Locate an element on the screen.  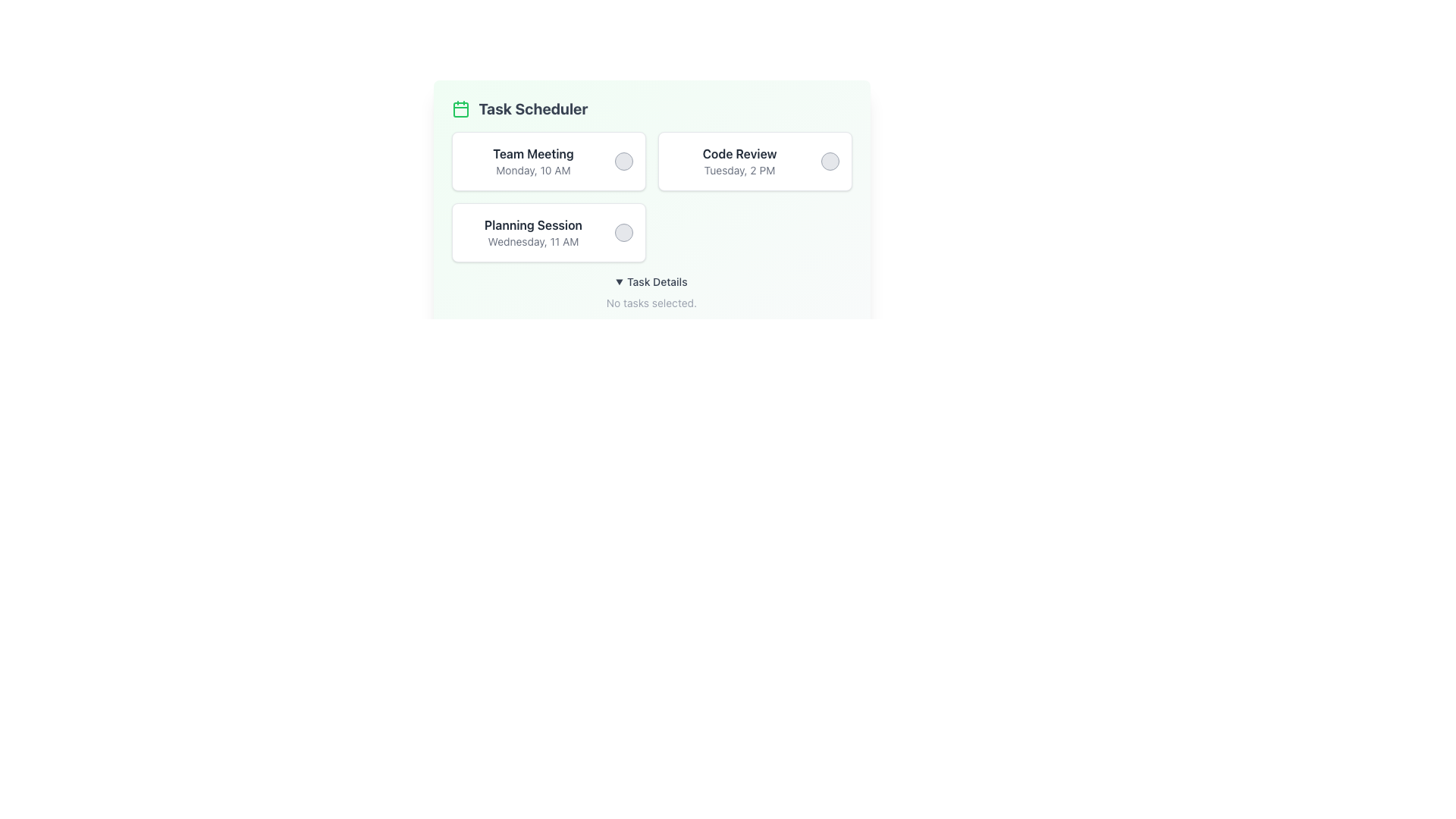
bold text 'Team Meeting' from the top line of the text label in the event box within the 'Task Scheduler' section is located at coordinates (533, 154).